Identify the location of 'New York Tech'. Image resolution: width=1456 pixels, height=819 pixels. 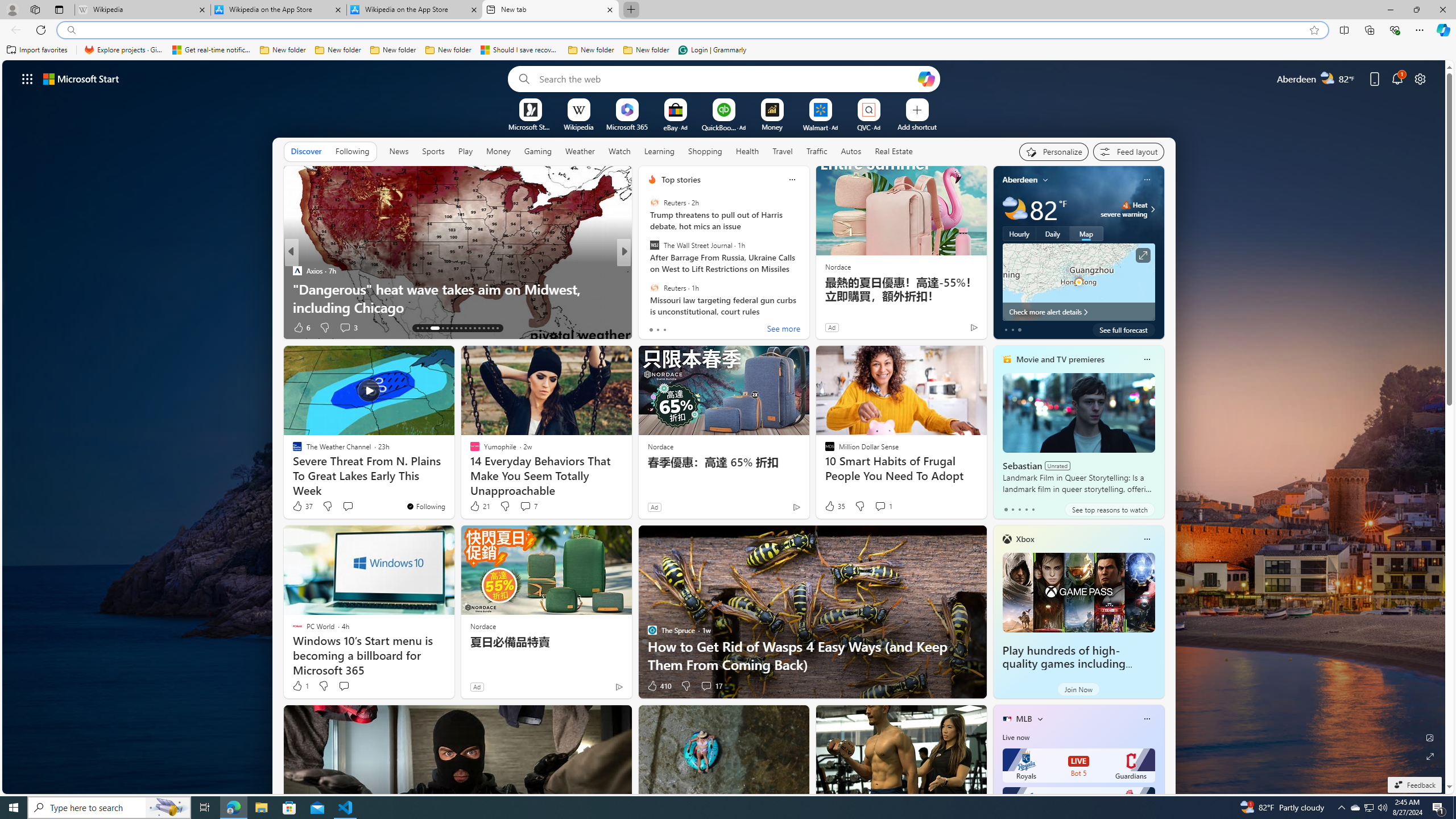
(647, 270).